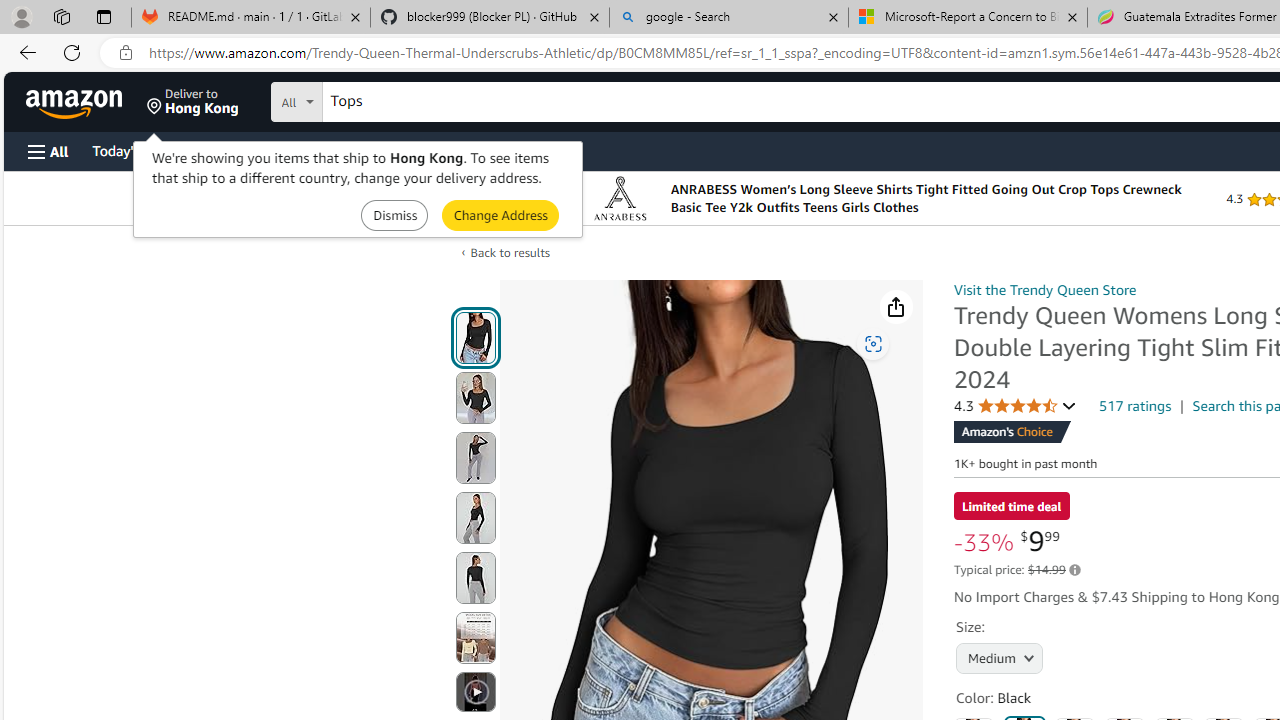 This screenshot has width=1280, height=720. What do you see at coordinates (1044, 289) in the screenshot?
I see `'Visit the Trendy Queen Store'` at bounding box center [1044, 289].